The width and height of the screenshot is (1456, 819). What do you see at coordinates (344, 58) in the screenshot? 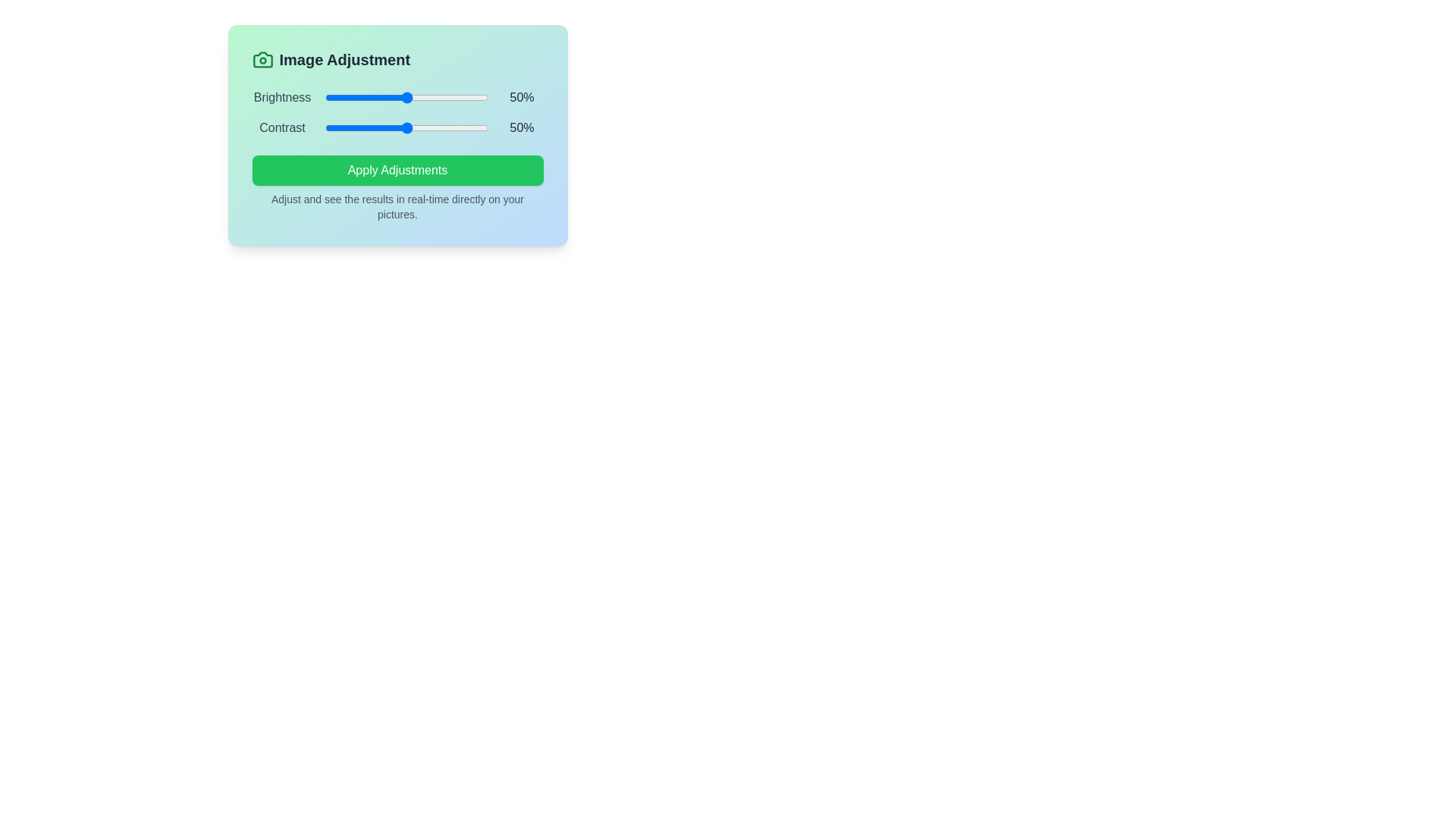
I see `the header text 'Image Adjustment' to inspect it` at bounding box center [344, 58].